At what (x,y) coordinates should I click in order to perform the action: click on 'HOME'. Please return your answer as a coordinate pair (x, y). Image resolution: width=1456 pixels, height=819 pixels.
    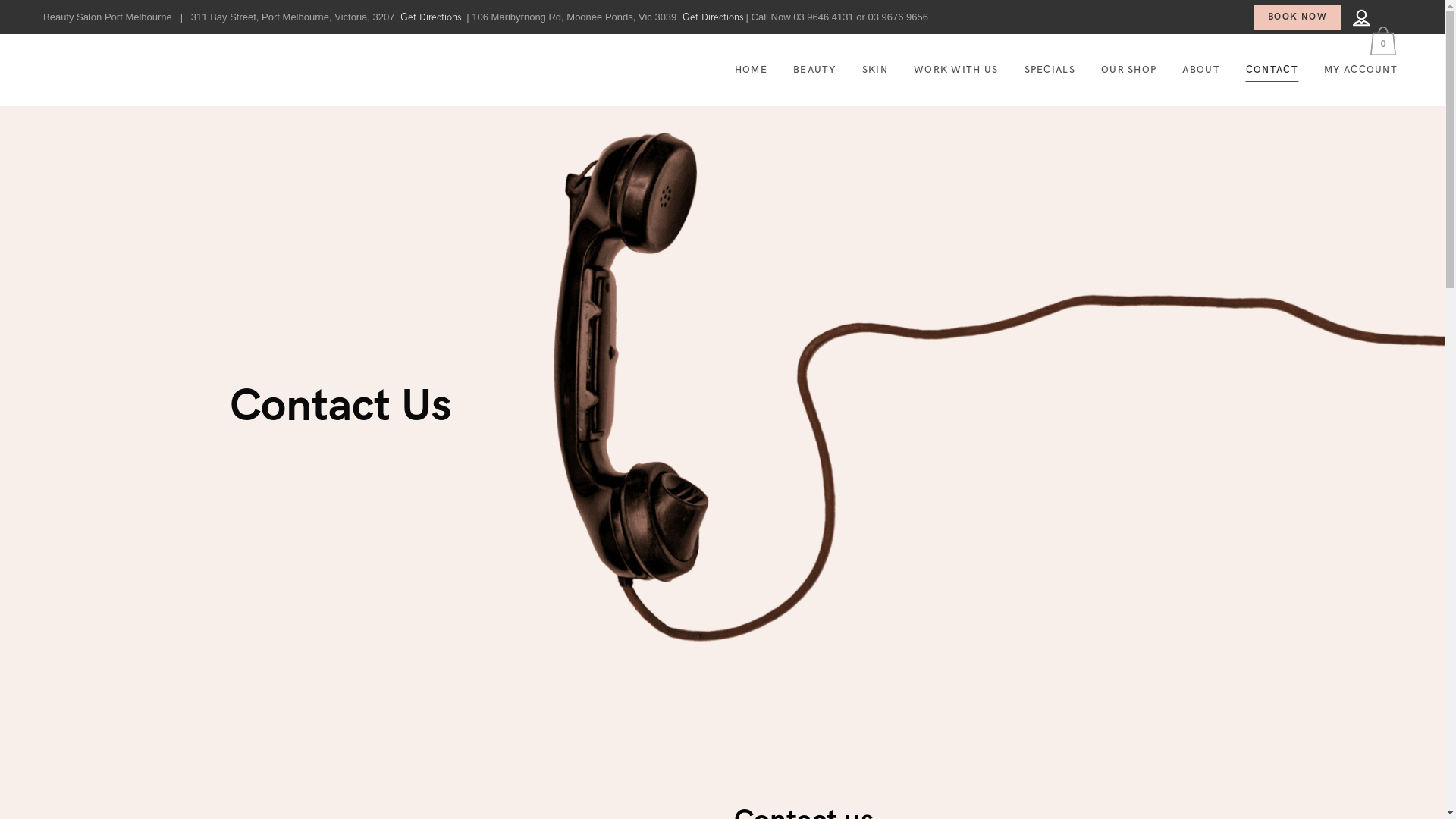
    Looking at the image, I should click on (751, 70).